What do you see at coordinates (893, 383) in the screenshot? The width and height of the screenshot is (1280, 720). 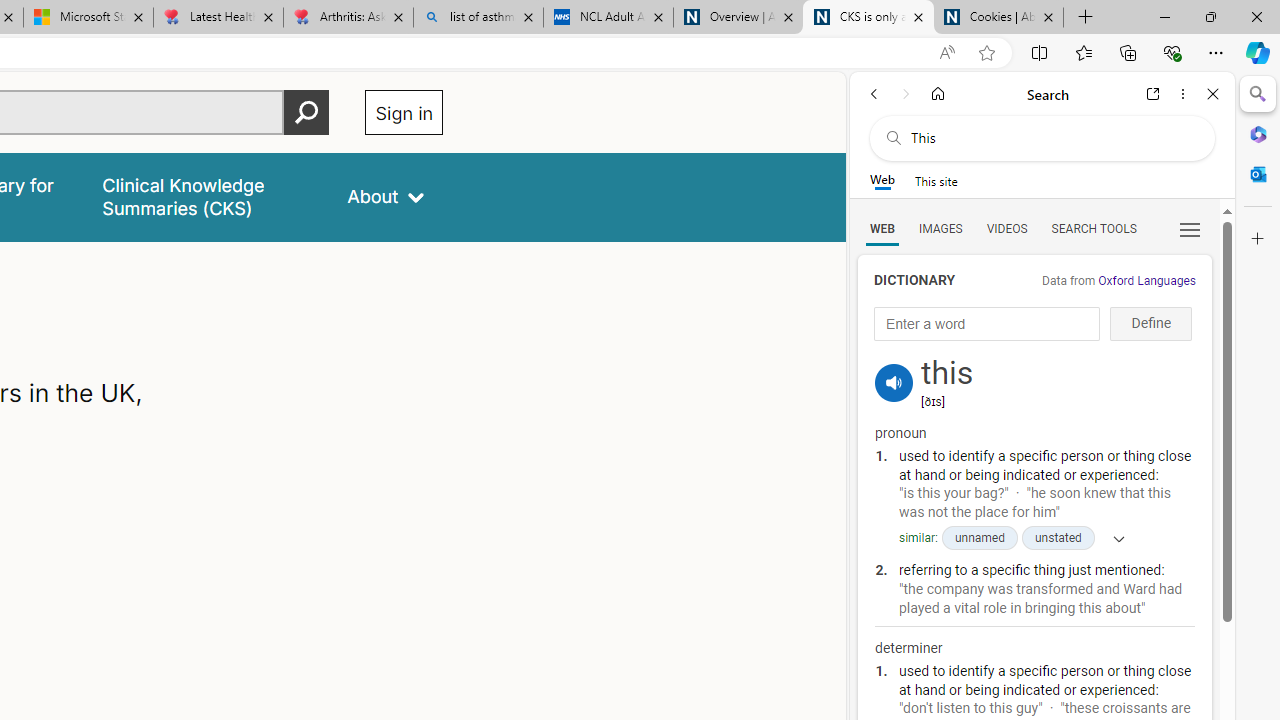 I see `'pronounce'` at bounding box center [893, 383].